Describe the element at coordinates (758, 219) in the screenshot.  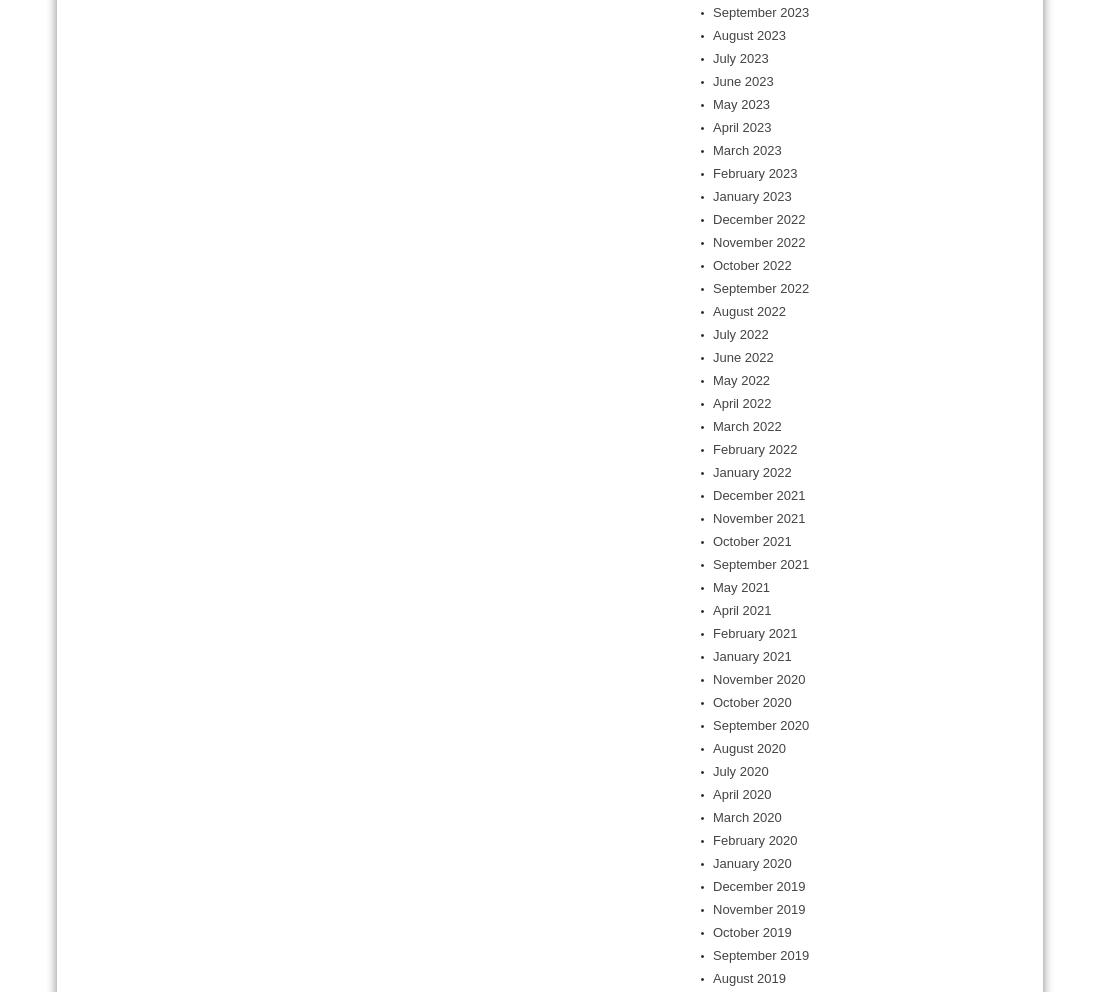
I see `'December 2022'` at that location.